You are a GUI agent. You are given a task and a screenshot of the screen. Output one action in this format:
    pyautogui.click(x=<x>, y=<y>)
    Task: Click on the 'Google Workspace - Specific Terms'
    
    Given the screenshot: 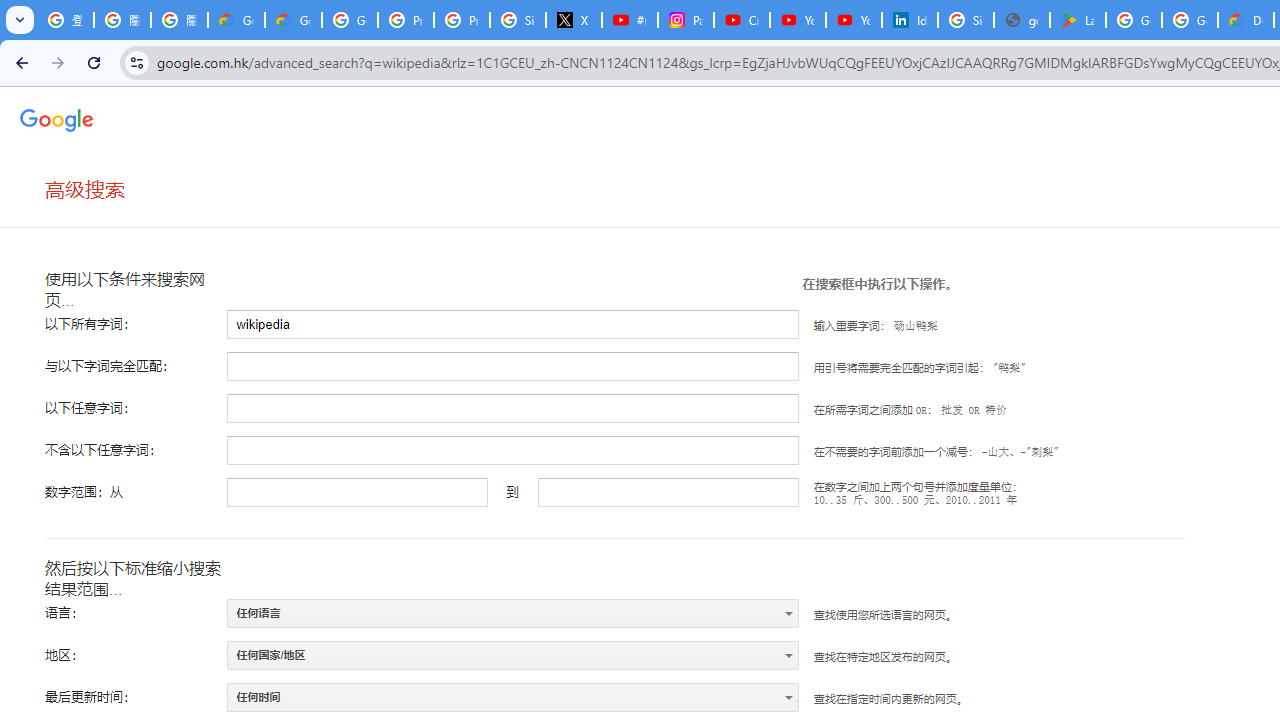 What is the action you would take?
    pyautogui.click(x=1190, y=20)
    